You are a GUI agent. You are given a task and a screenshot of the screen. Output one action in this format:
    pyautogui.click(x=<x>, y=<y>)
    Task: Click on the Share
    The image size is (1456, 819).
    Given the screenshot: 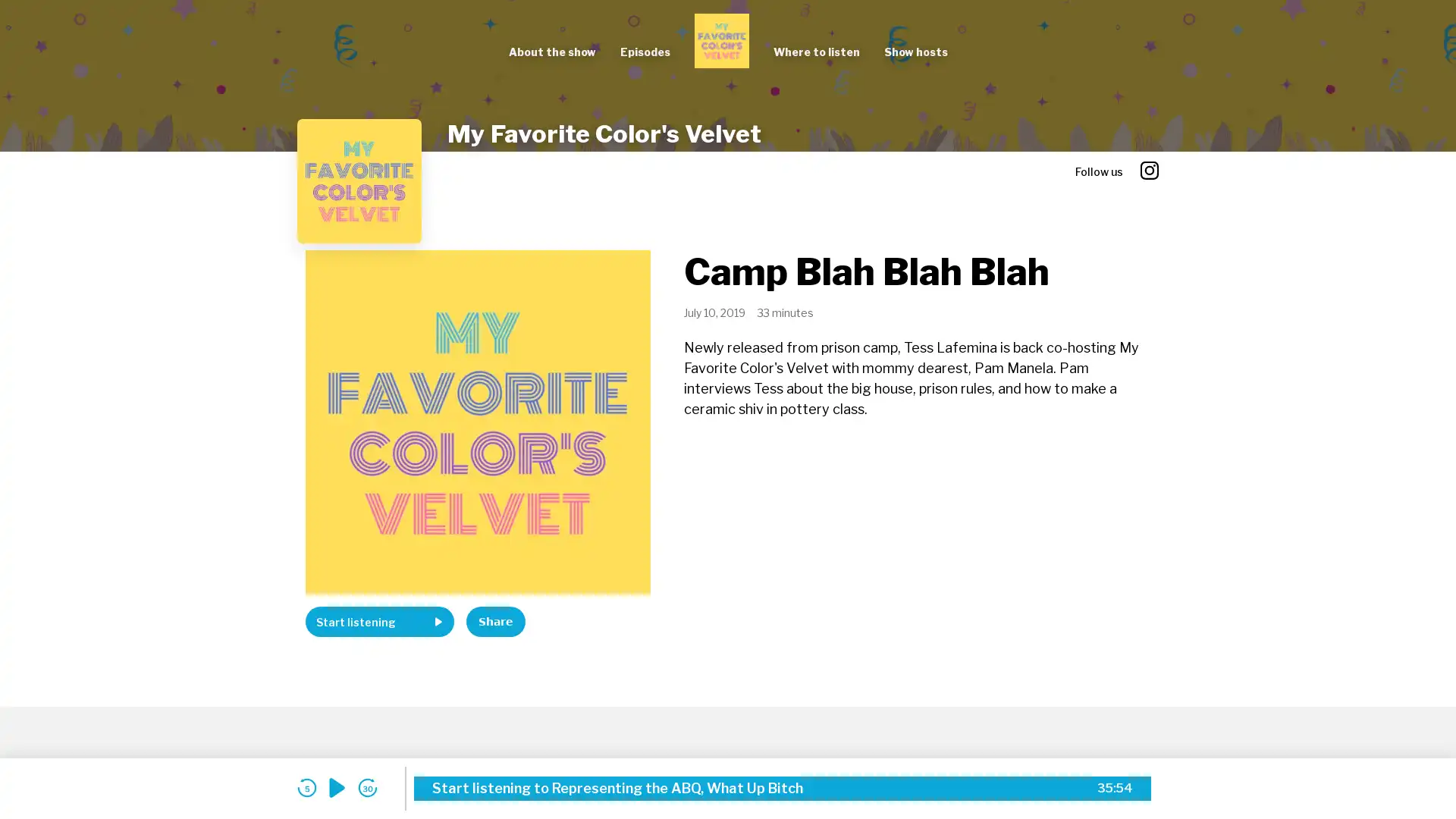 What is the action you would take?
    pyautogui.click(x=495, y=622)
    